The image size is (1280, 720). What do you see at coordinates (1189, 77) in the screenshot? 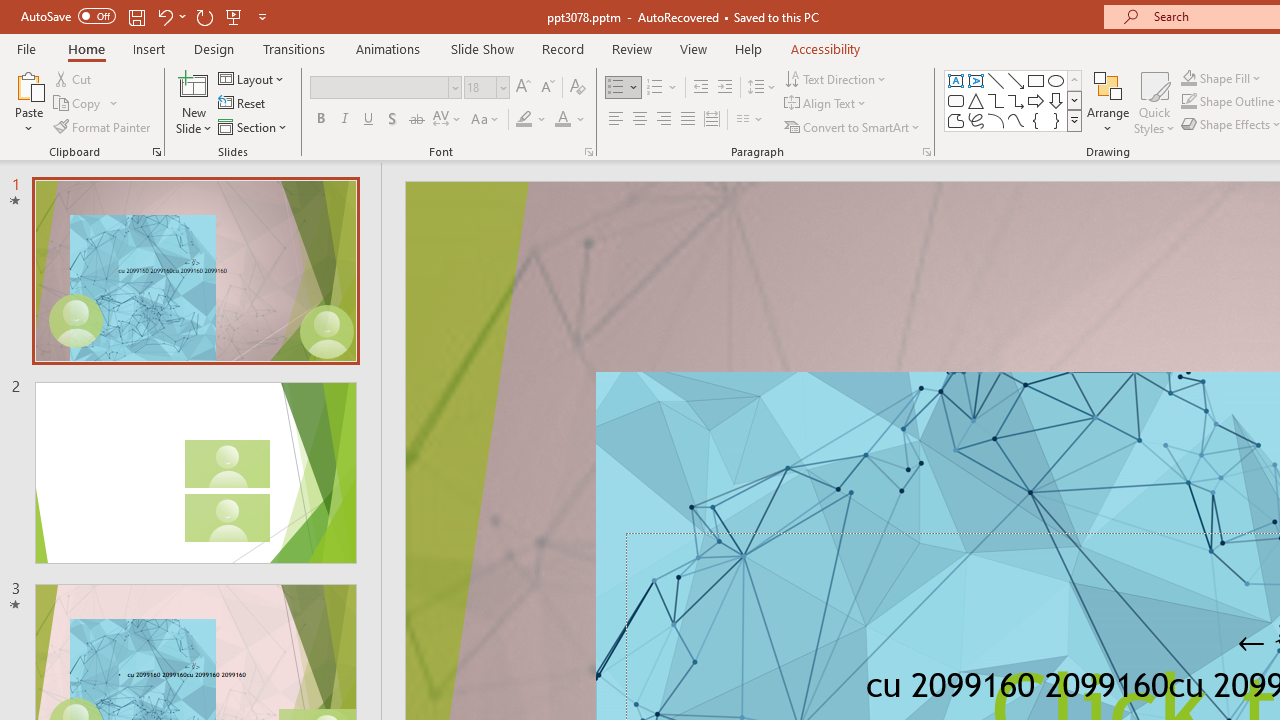
I see `'Shape Fill Dark Green, Accent 2'` at bounding box center [1189, 77].